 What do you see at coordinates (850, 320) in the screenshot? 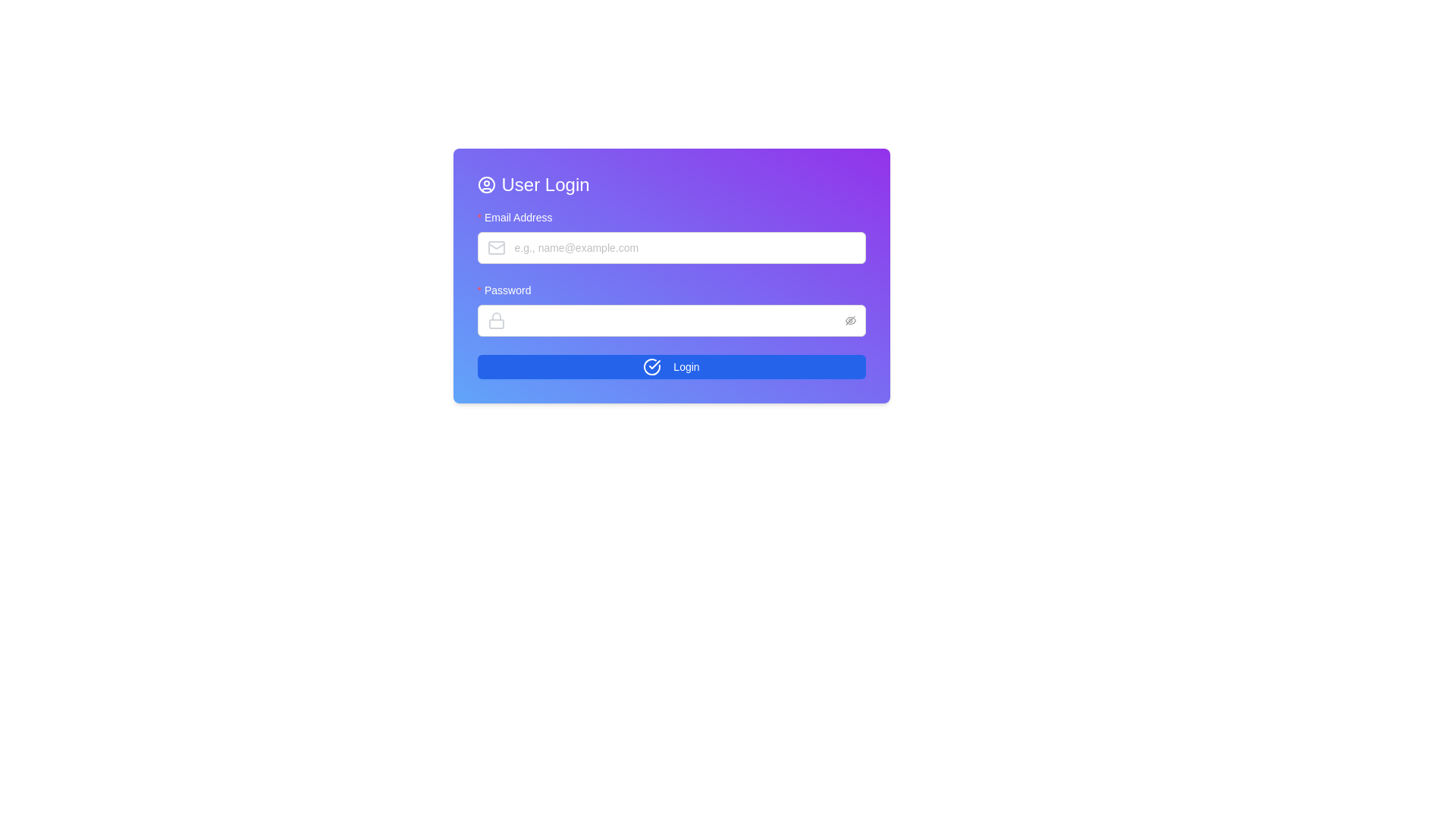
I see `the password visibility toggle button, which is a small eye icon with a slash through it, located at the far right of the password input field in the login form` at bounding box center [850, 320].